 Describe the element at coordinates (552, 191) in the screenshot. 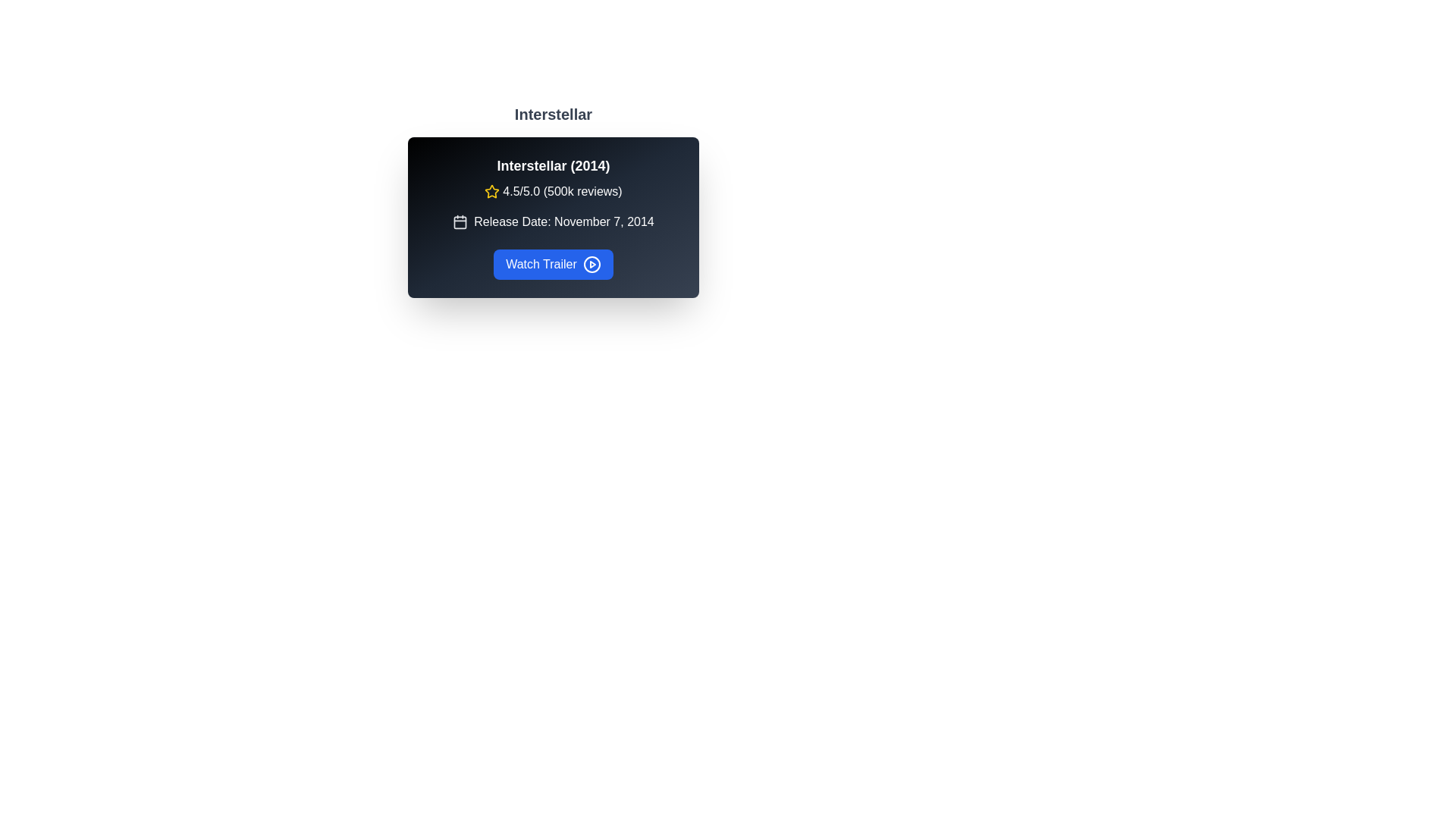

I see `the rating information displayed with a yellow star icon and the text '4.5/5.0' located below the title 'Interstellar (2014)'` at that location.